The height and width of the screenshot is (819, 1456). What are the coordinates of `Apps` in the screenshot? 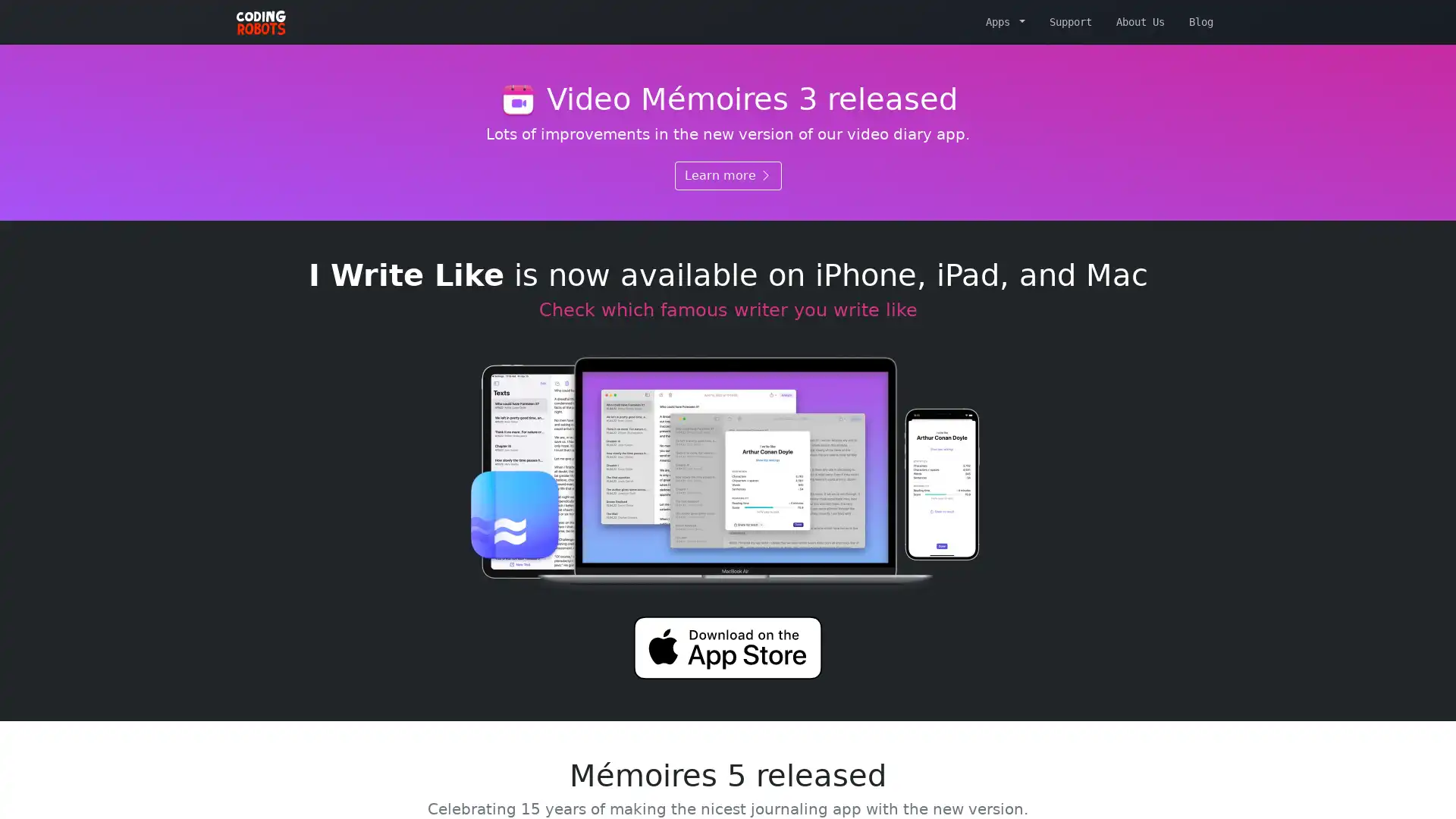 It's located at (1005, 21).